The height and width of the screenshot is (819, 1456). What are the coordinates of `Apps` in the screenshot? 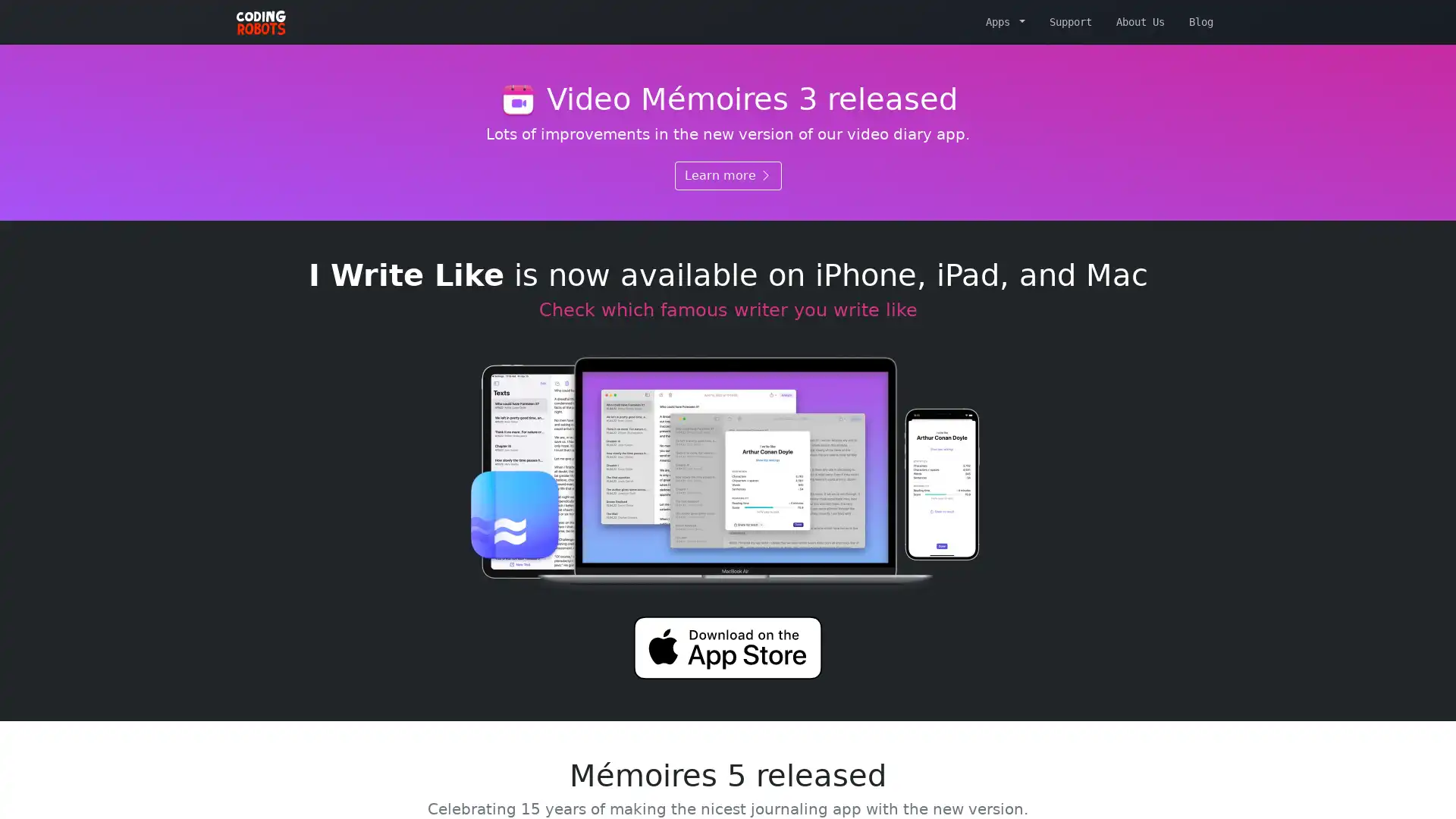 It's located at (1005, 21).